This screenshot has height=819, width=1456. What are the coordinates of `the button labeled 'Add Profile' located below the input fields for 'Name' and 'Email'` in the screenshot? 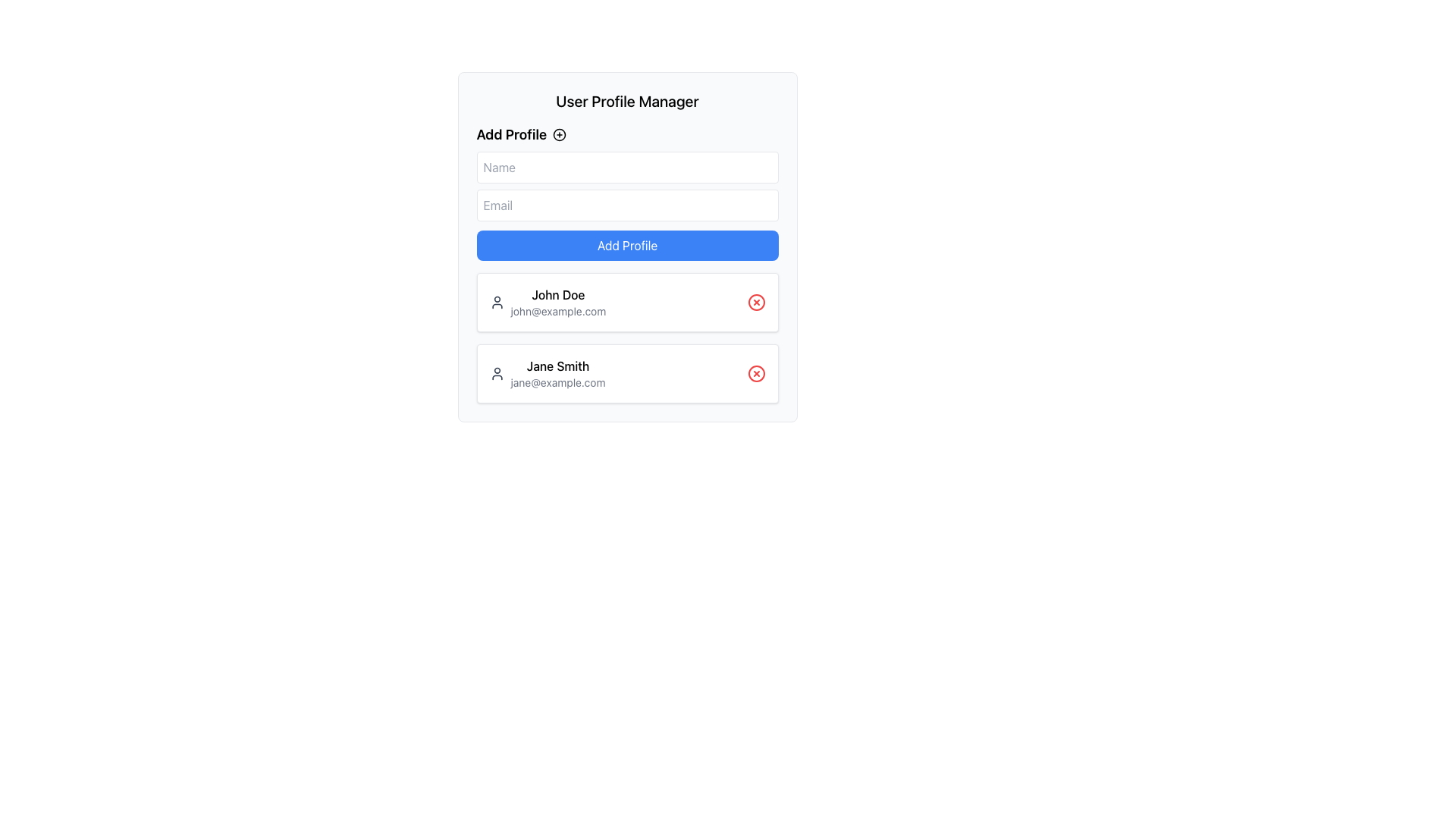 It's located at (627, 245).